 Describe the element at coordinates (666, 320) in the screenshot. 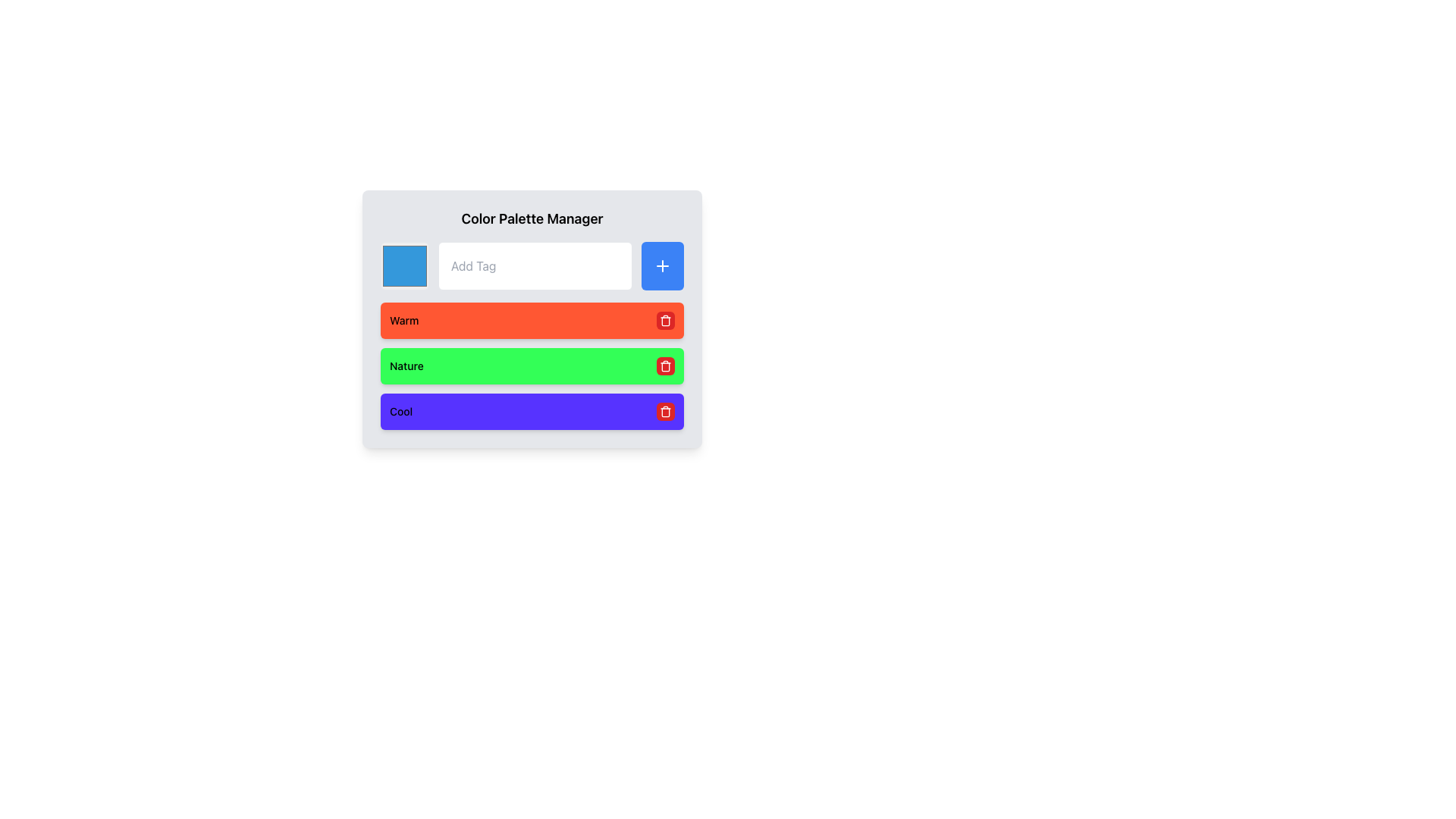

I see `the button located on the far right of the 'Warm' tag section in the color palette manager interface` at that location.